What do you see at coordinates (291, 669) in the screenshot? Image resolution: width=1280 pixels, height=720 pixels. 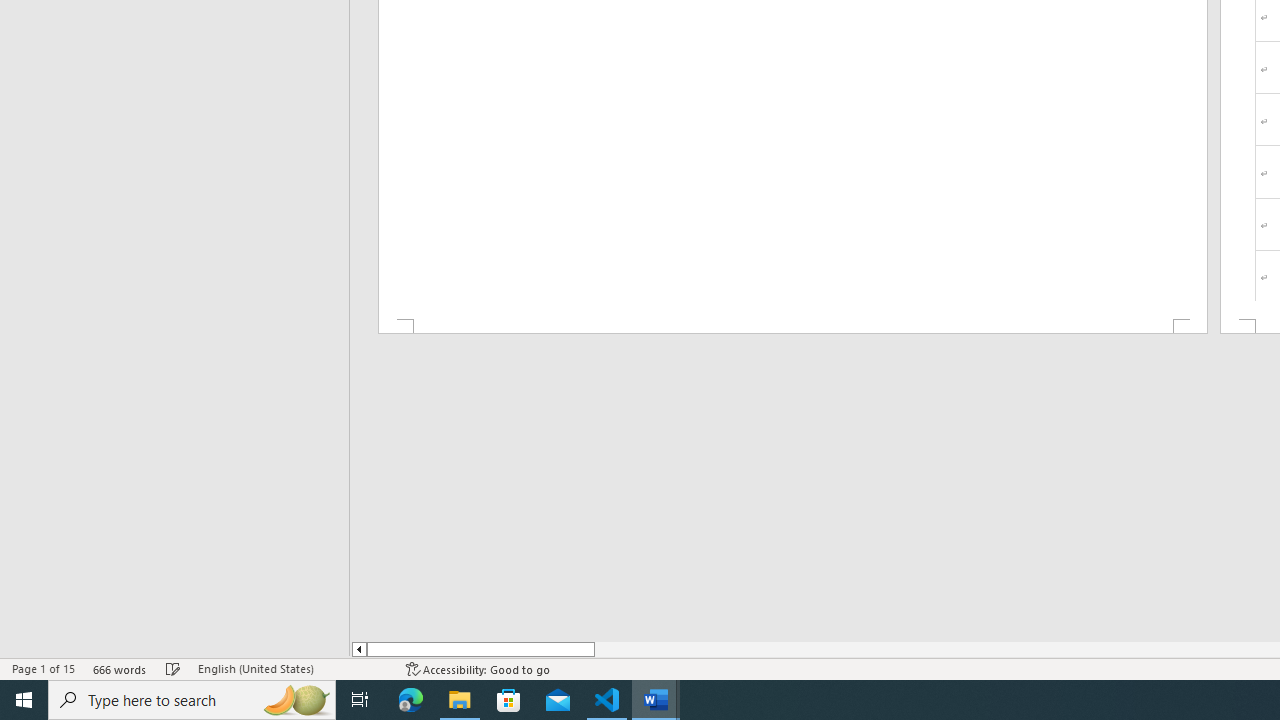 I see `'Language English (United States)'` at bounding box center [291, 669].